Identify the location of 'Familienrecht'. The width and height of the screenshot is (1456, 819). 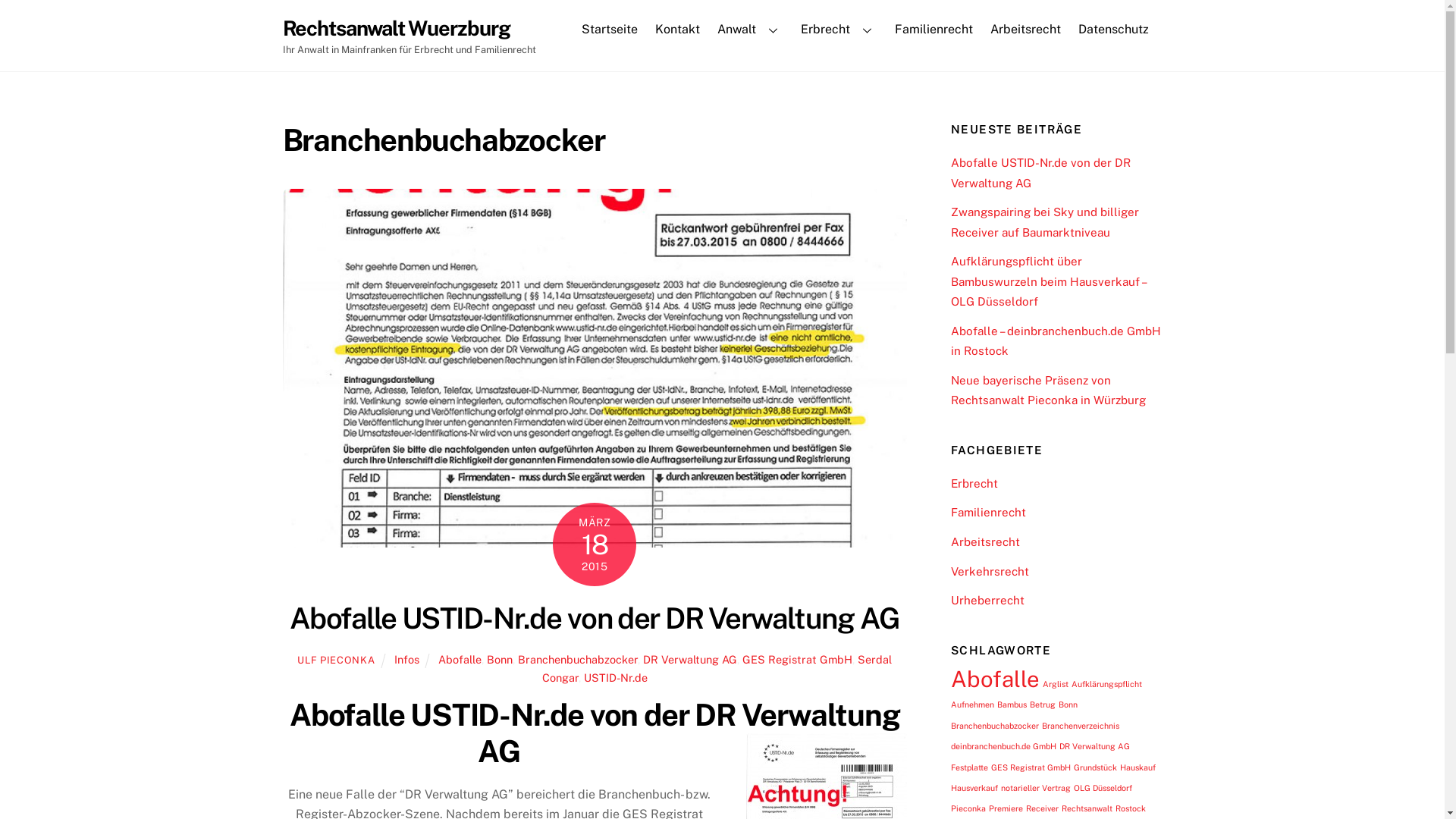
(932, 29).